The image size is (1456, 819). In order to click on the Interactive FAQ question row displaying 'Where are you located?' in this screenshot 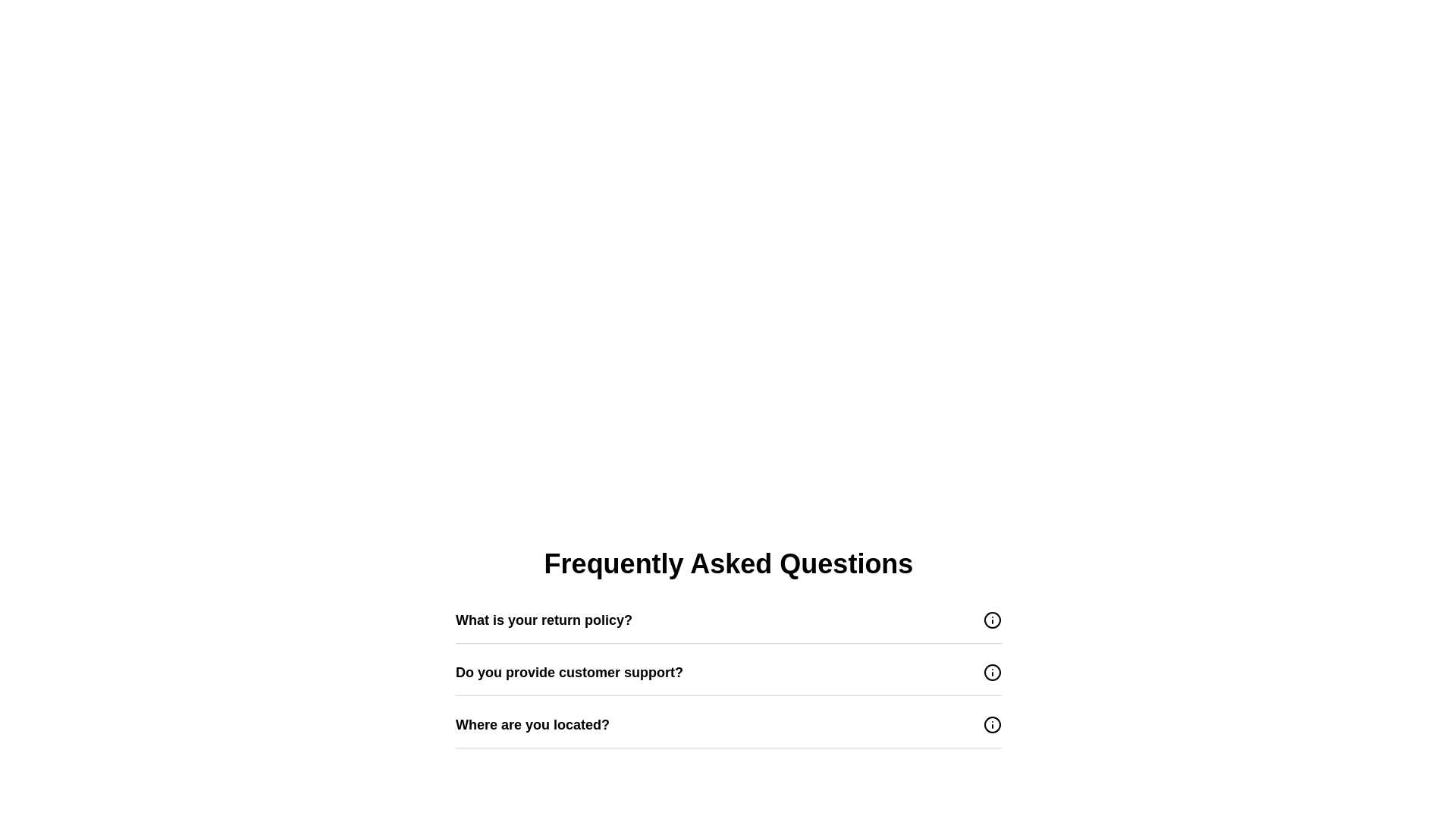, I will do `click(728, 724)`.